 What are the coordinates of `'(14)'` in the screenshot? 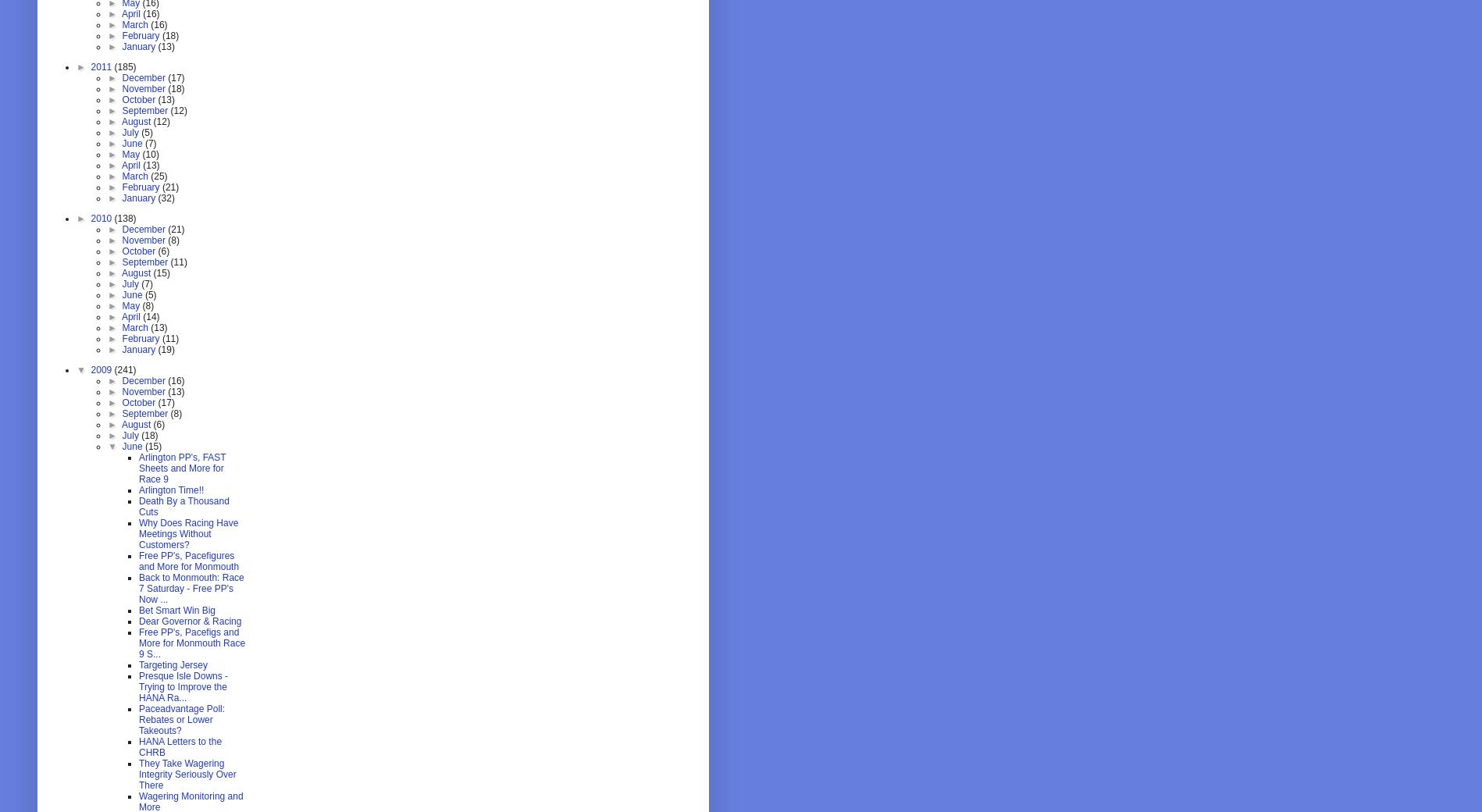 It's located at (141, 317).